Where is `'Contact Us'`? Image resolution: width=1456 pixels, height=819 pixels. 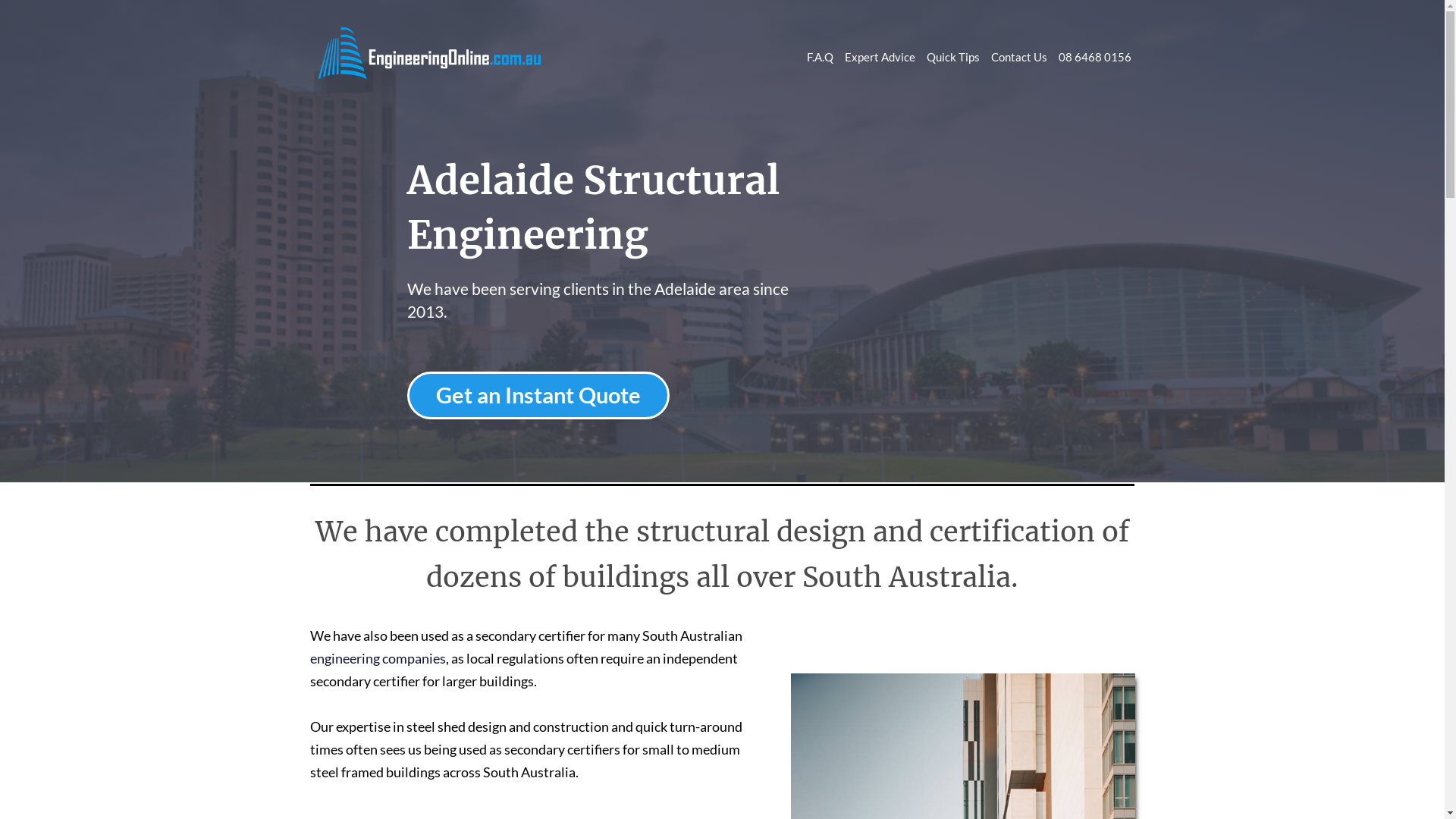
'Contact Us' is located at coordinates (1018, 55).